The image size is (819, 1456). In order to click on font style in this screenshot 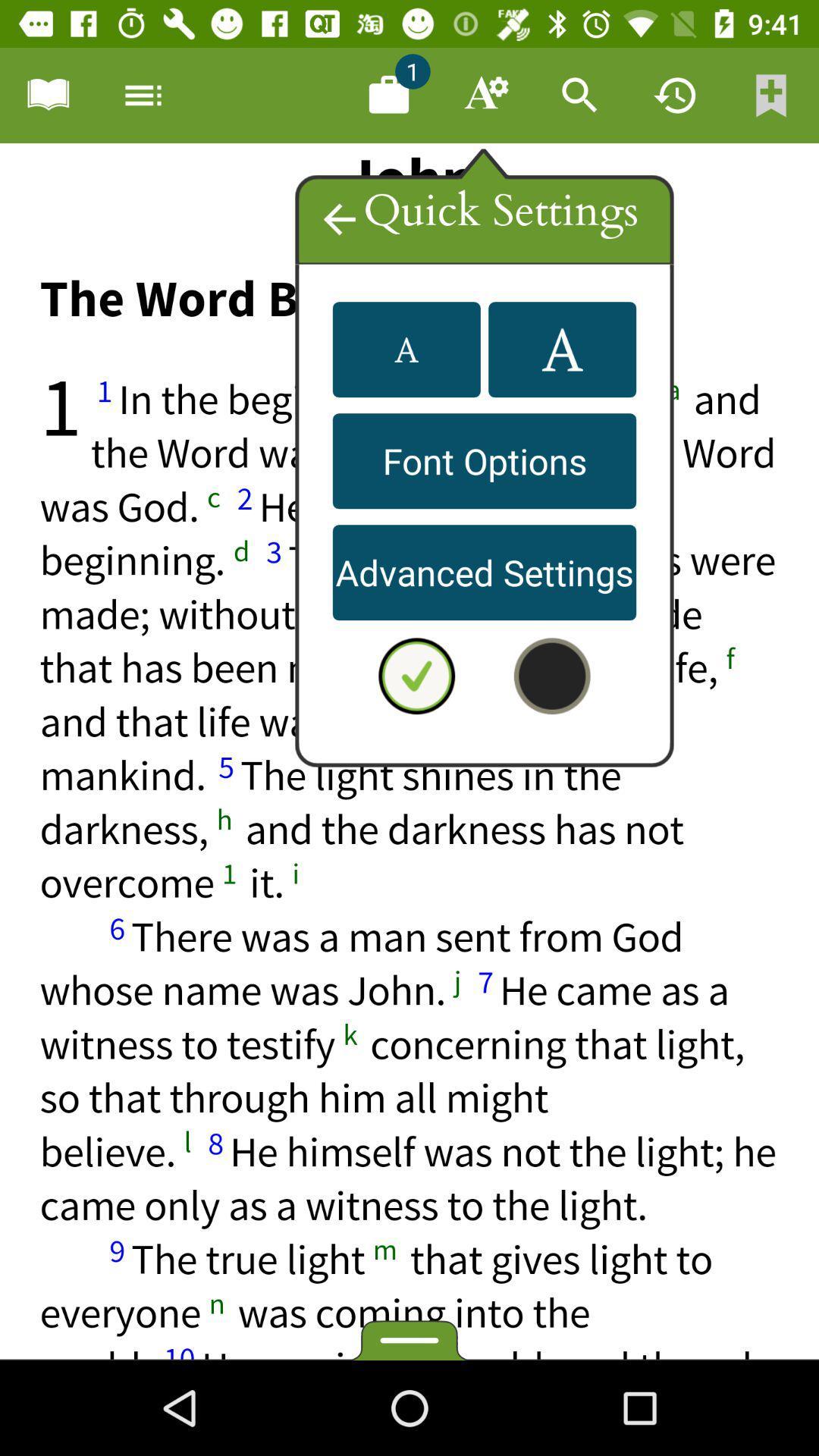, I will do `click(406, 349)`.